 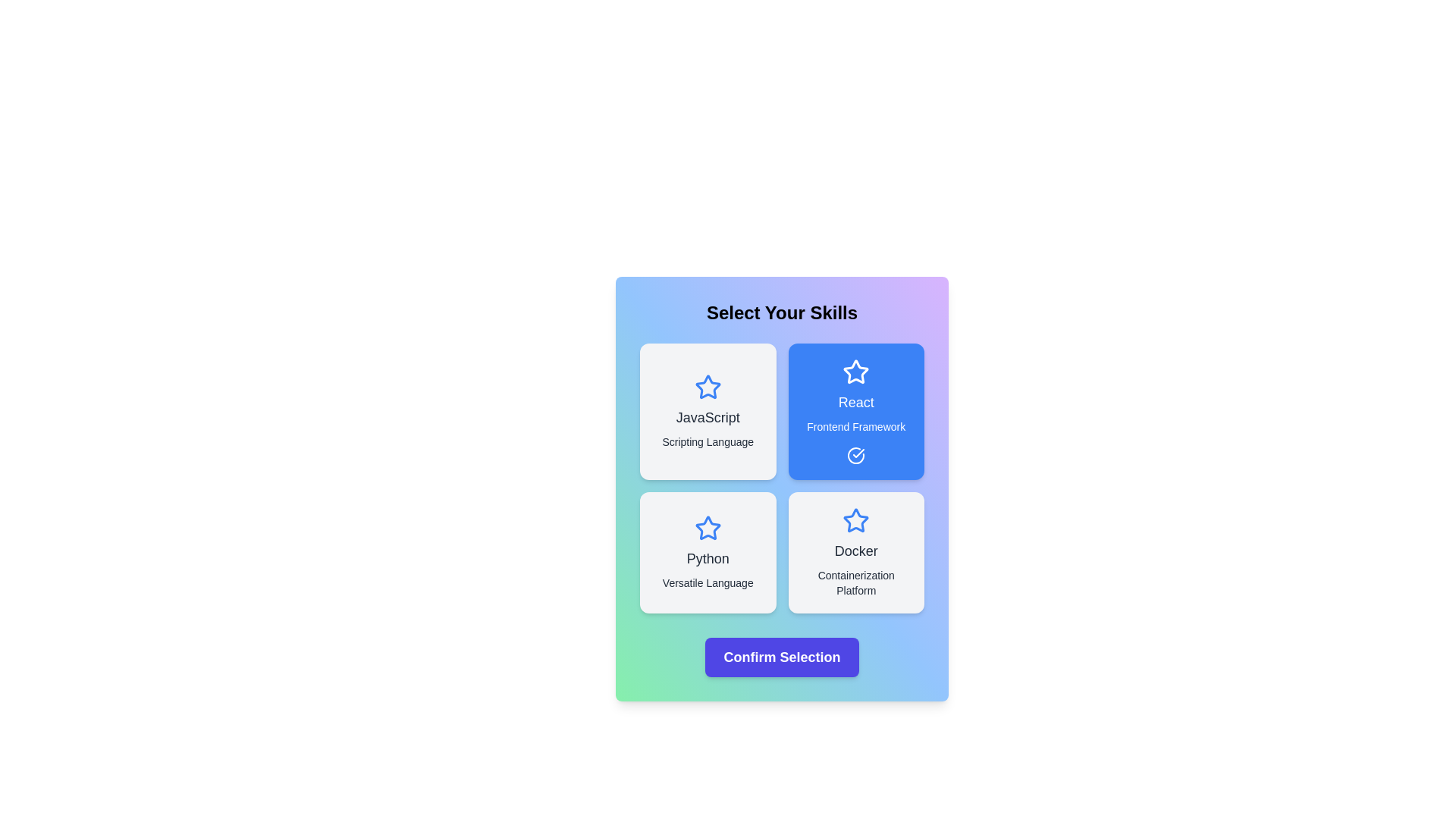 What do you see at coordinates (856, 553) in the screenshot?
I see `the skill card labeled Docker` at bounding box center [856, 553].